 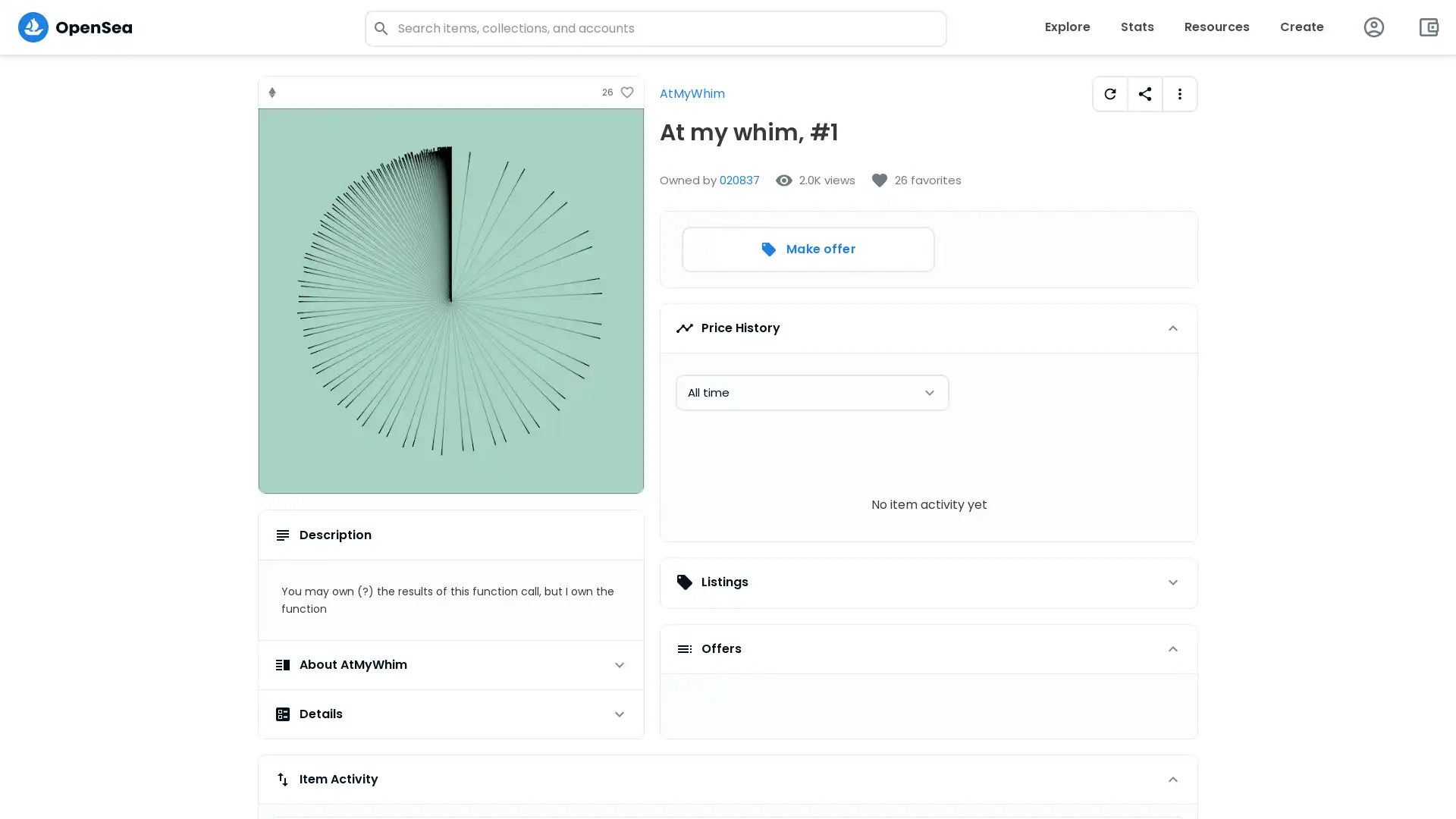 What do you see at coordinates (927, 327) in the screenshot?
I see `Price History` at bounding box center [927, 327].